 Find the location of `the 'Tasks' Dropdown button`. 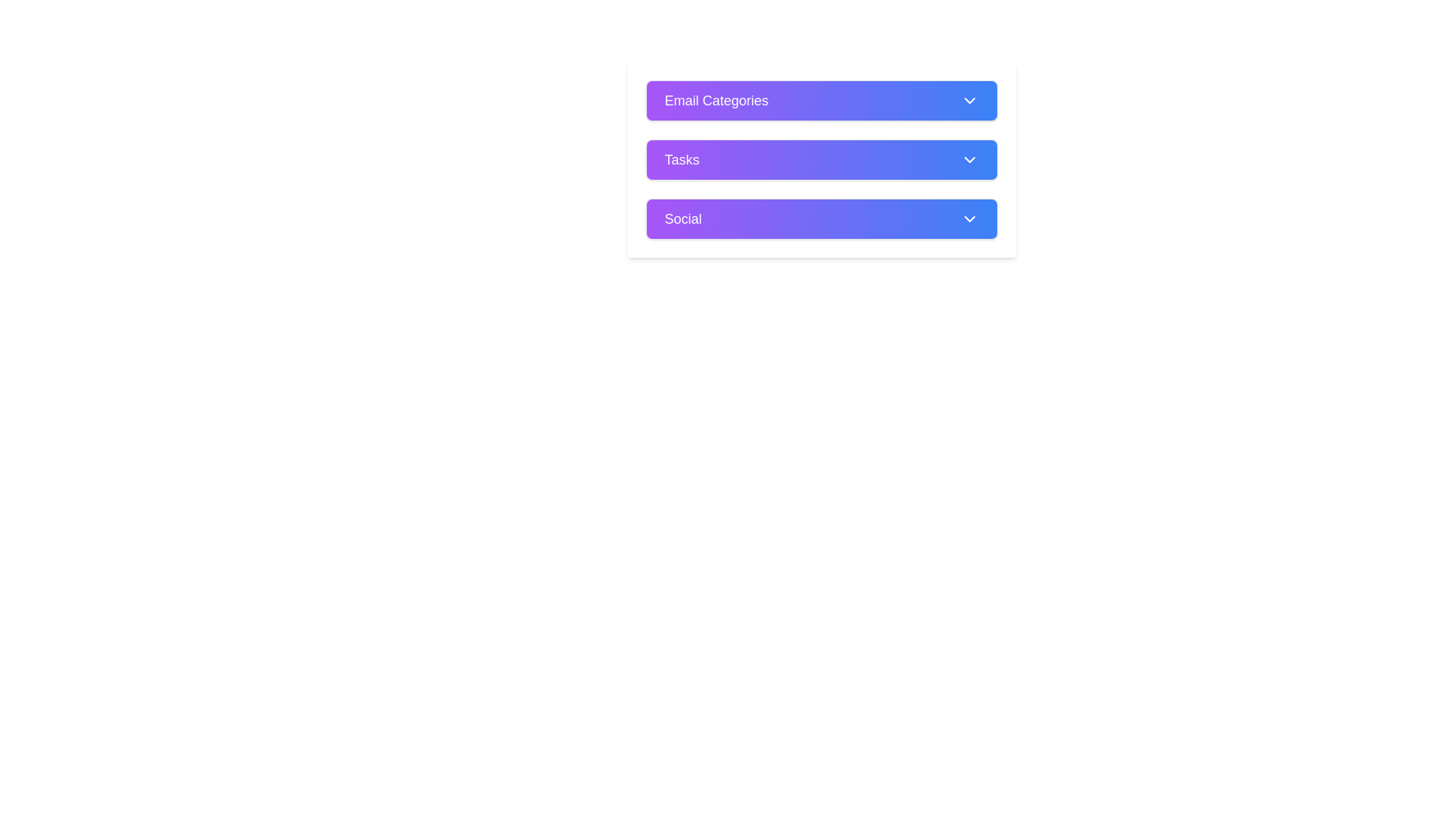

the 'Tasks' Dropdown button is located at coordinates (821, 160).